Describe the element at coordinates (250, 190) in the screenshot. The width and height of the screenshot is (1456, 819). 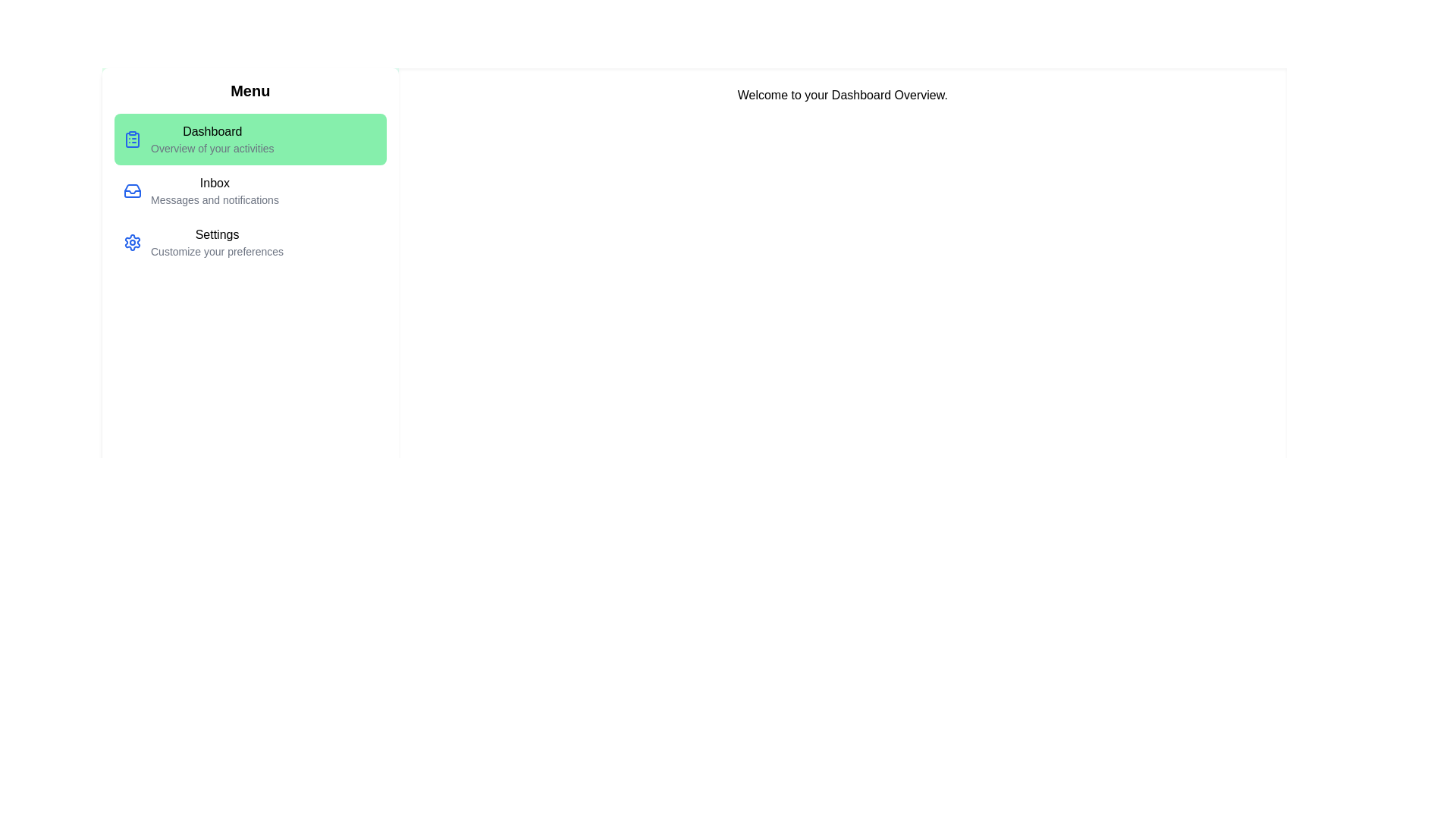
I see `the menu item corresponding to Inbox` at that location.